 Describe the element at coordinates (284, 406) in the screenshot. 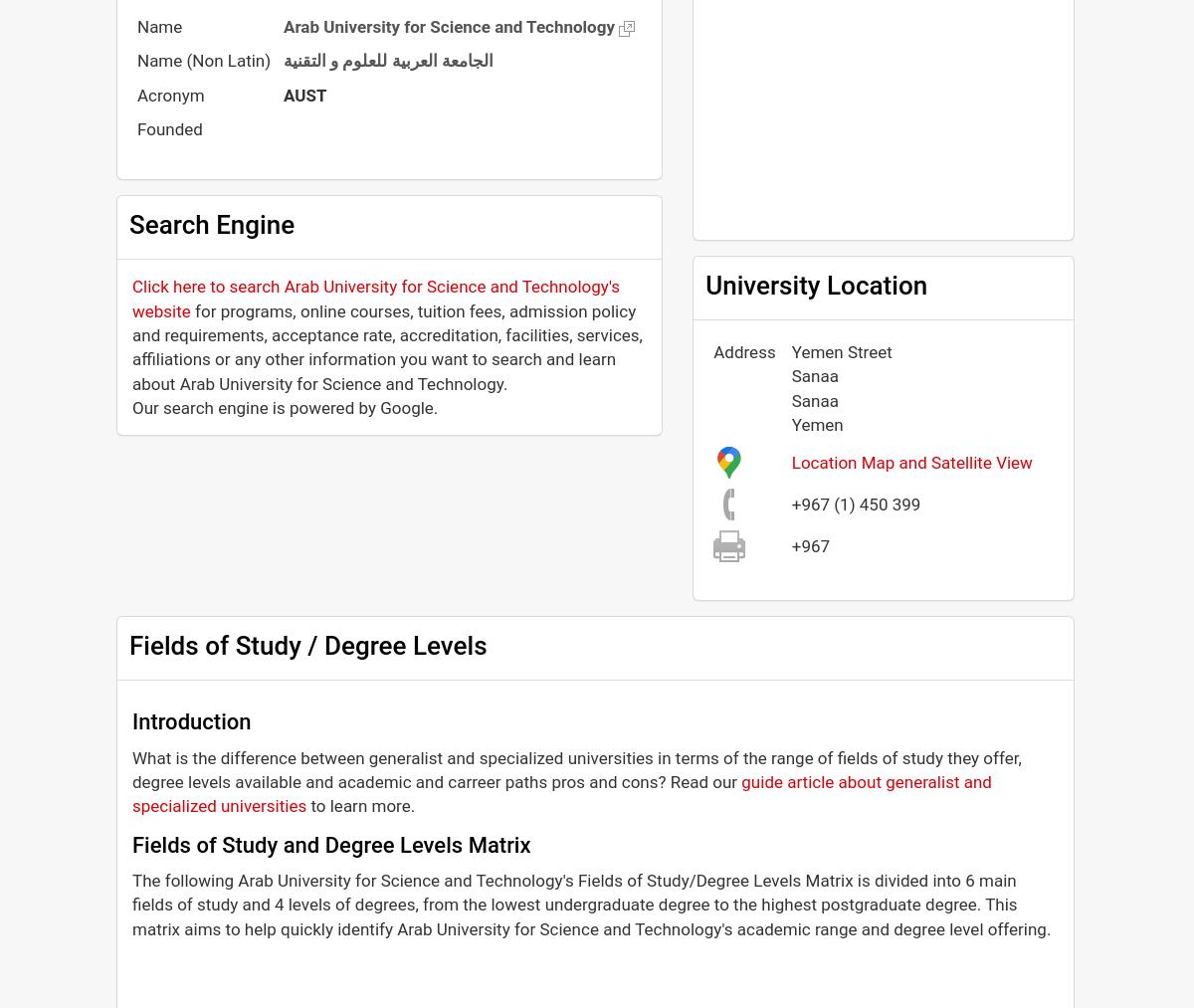

I see `'Our search engine is powered by Google.'` at that location.